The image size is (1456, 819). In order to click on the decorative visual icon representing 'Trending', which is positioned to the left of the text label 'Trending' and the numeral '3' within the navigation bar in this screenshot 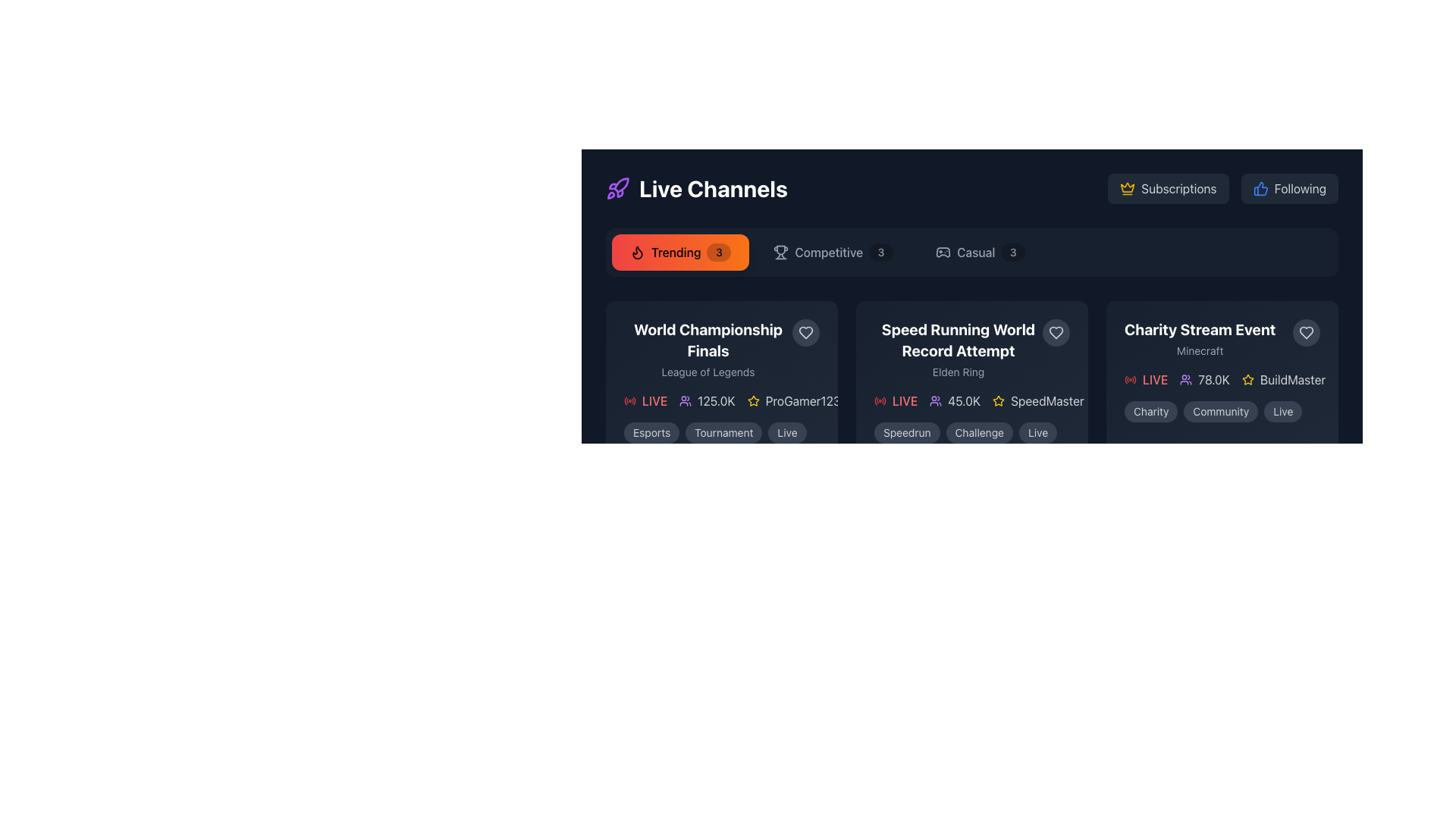, I will do `click(637, 251)`.